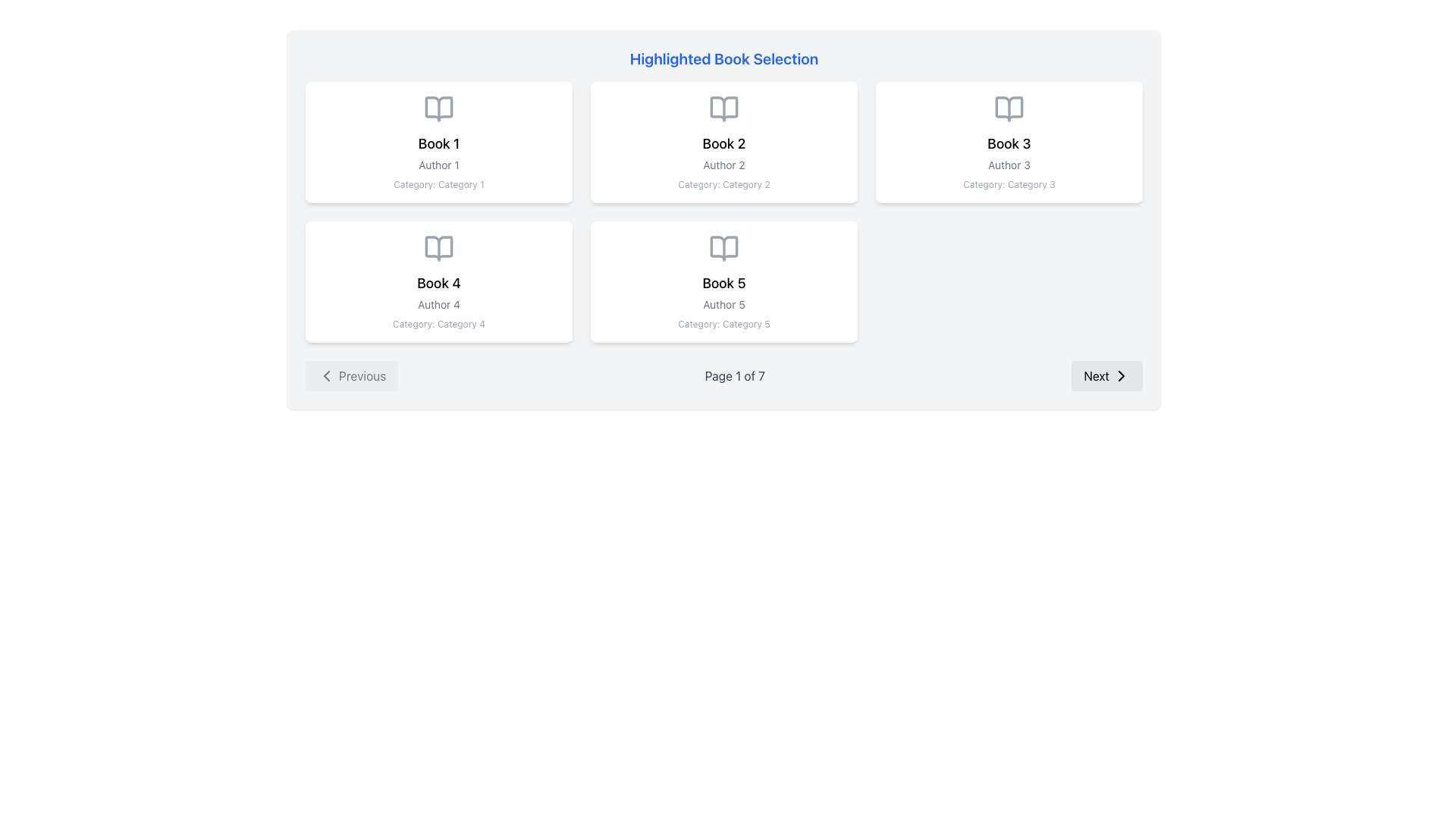 The image size is (1456, 819). What do you see at coordinates (438, 324) in the screenshot?
I see `the text label that reads 'Category: Category 4' located at the bottom of the card for 'Book 4'` at bounding box center [438, 324].